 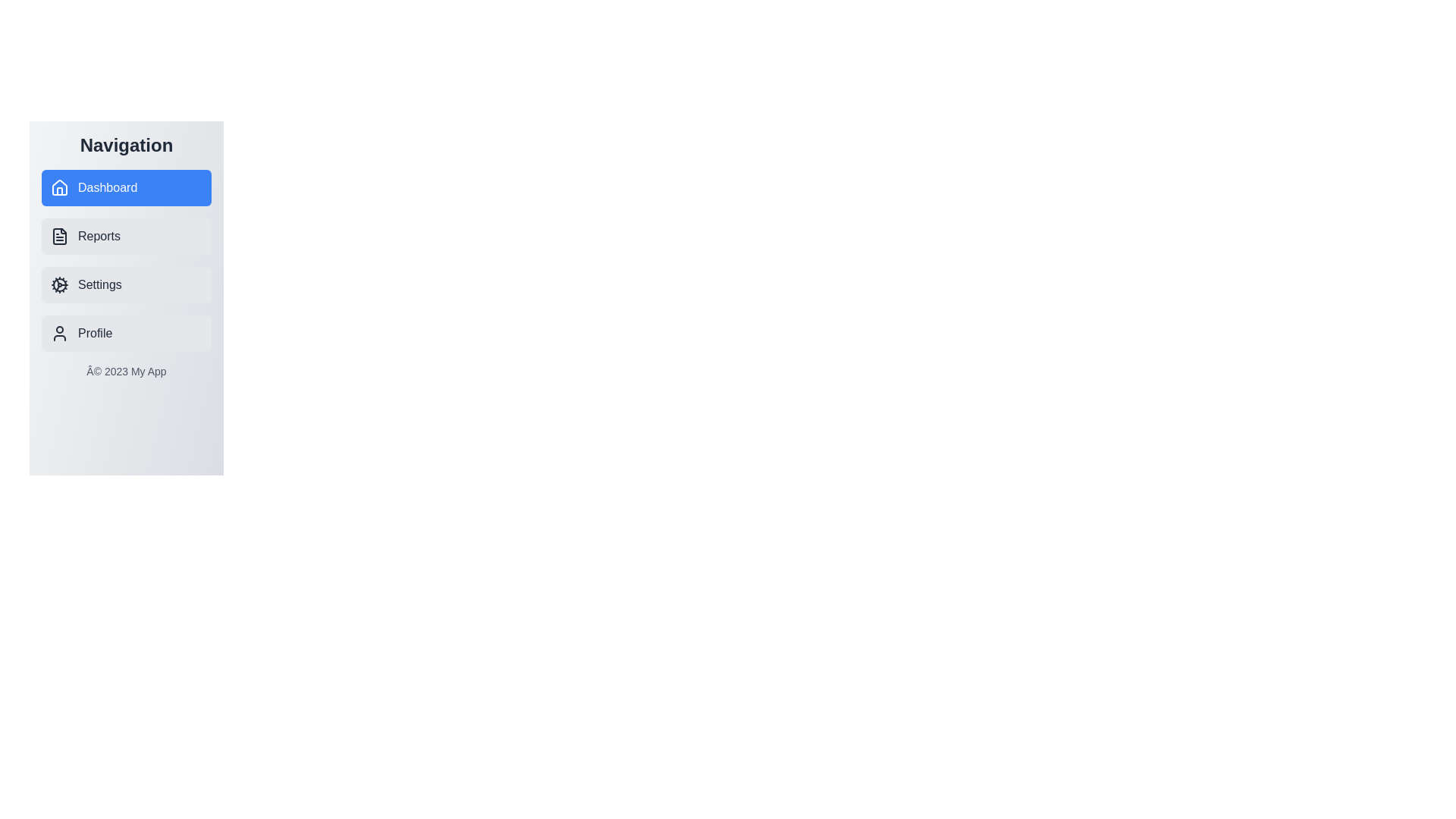 What do you see at coordinates (94, 332) in the screenshot?
I see `the 'Profile' text label in the navigation menu, which is the fourth item in the vertical list under the heading 'Navigation.'` at bounding box center [94, 332].